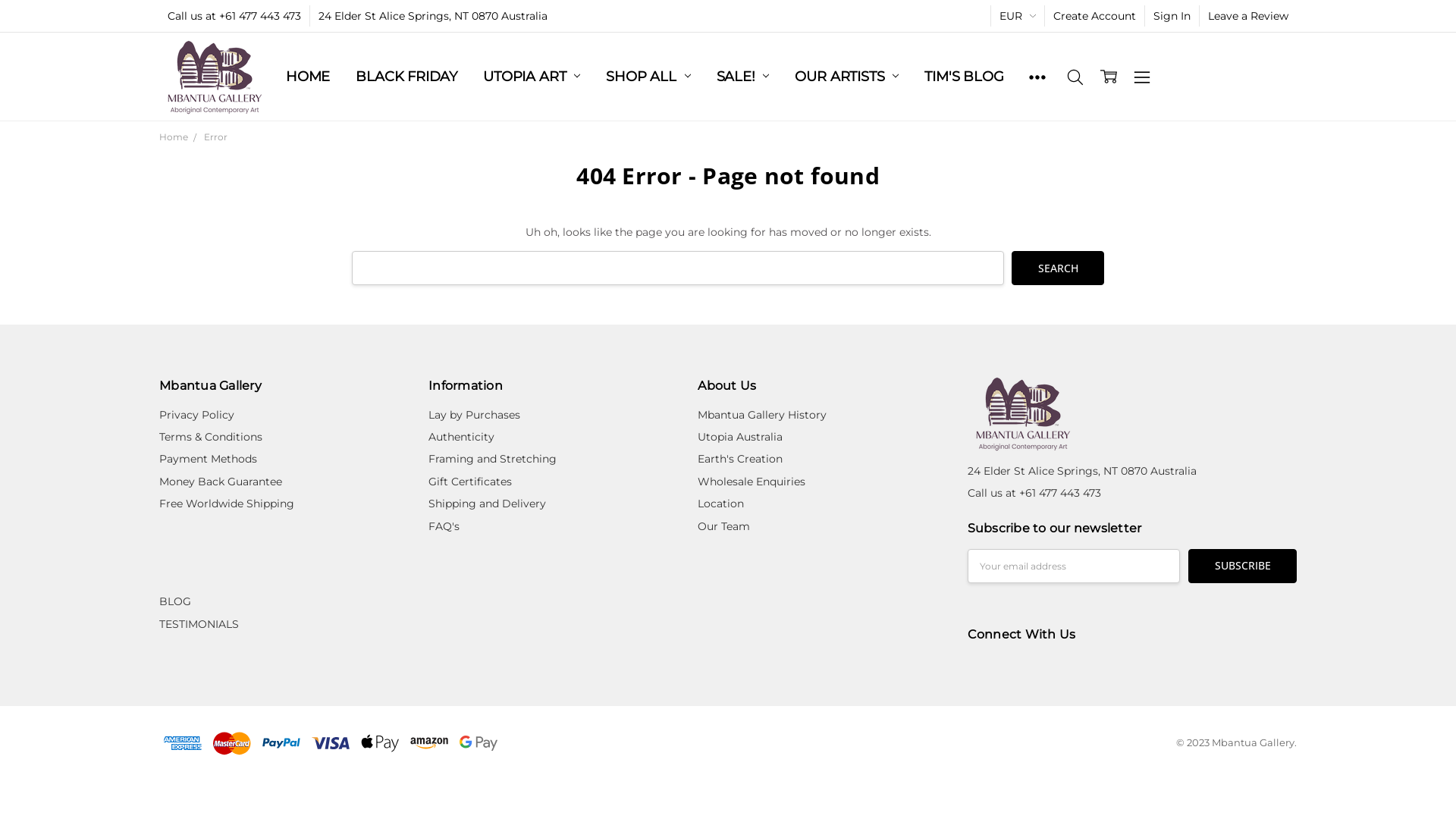 This screenshot has width=1456, height=819. Describe the element at coordinates (720, 503) in the screenshot. I see `'Location'` at that location.